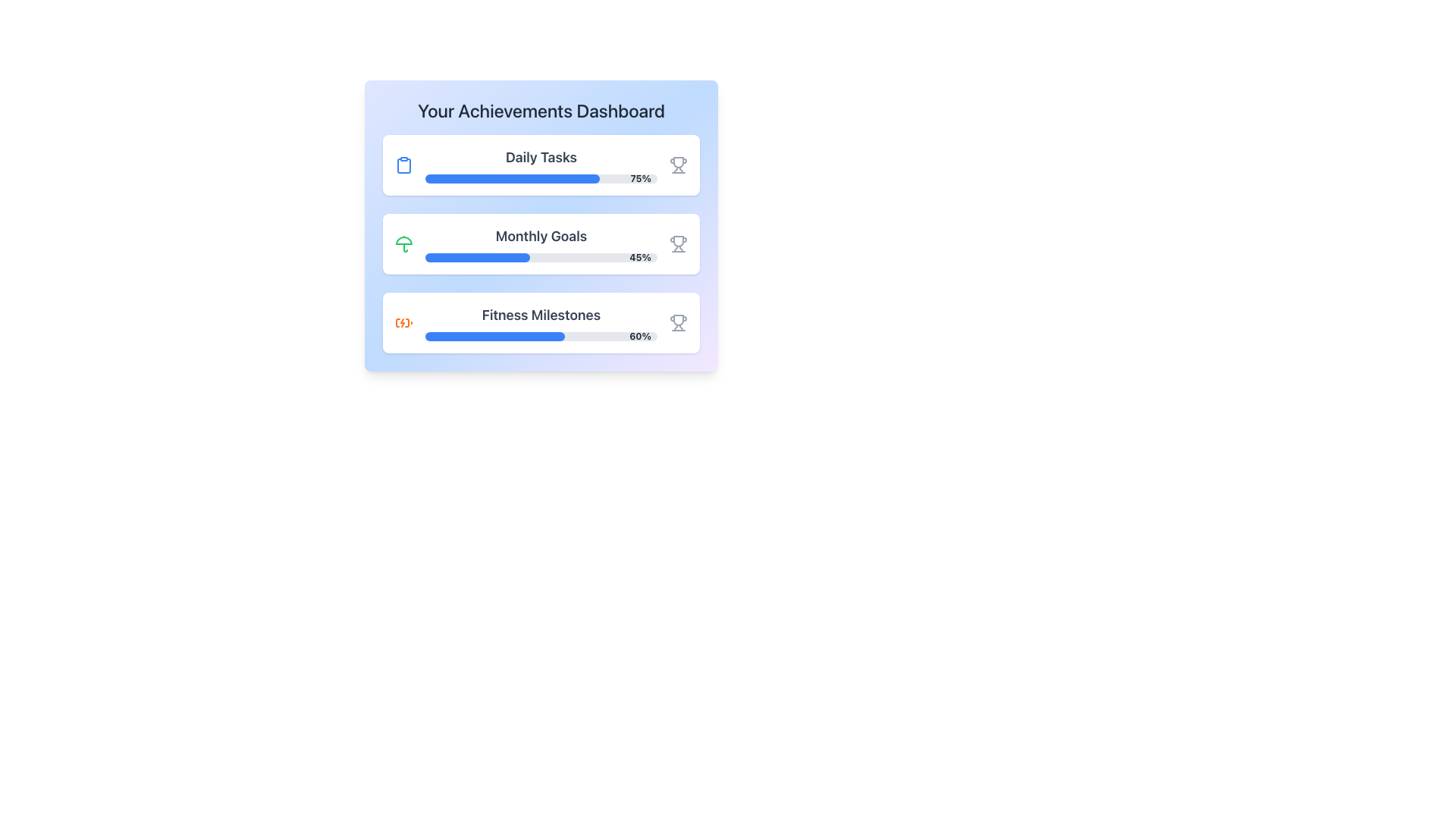 The image size is (1456, 819). I want to click on the Progress Card, which features the heading 'Fitness Milestones', a 60% progress bar, an orange icon on the left, and a gray trophy icon on the right, located centrally in the 'Your Achievements Dashboard', so click(541, 322).